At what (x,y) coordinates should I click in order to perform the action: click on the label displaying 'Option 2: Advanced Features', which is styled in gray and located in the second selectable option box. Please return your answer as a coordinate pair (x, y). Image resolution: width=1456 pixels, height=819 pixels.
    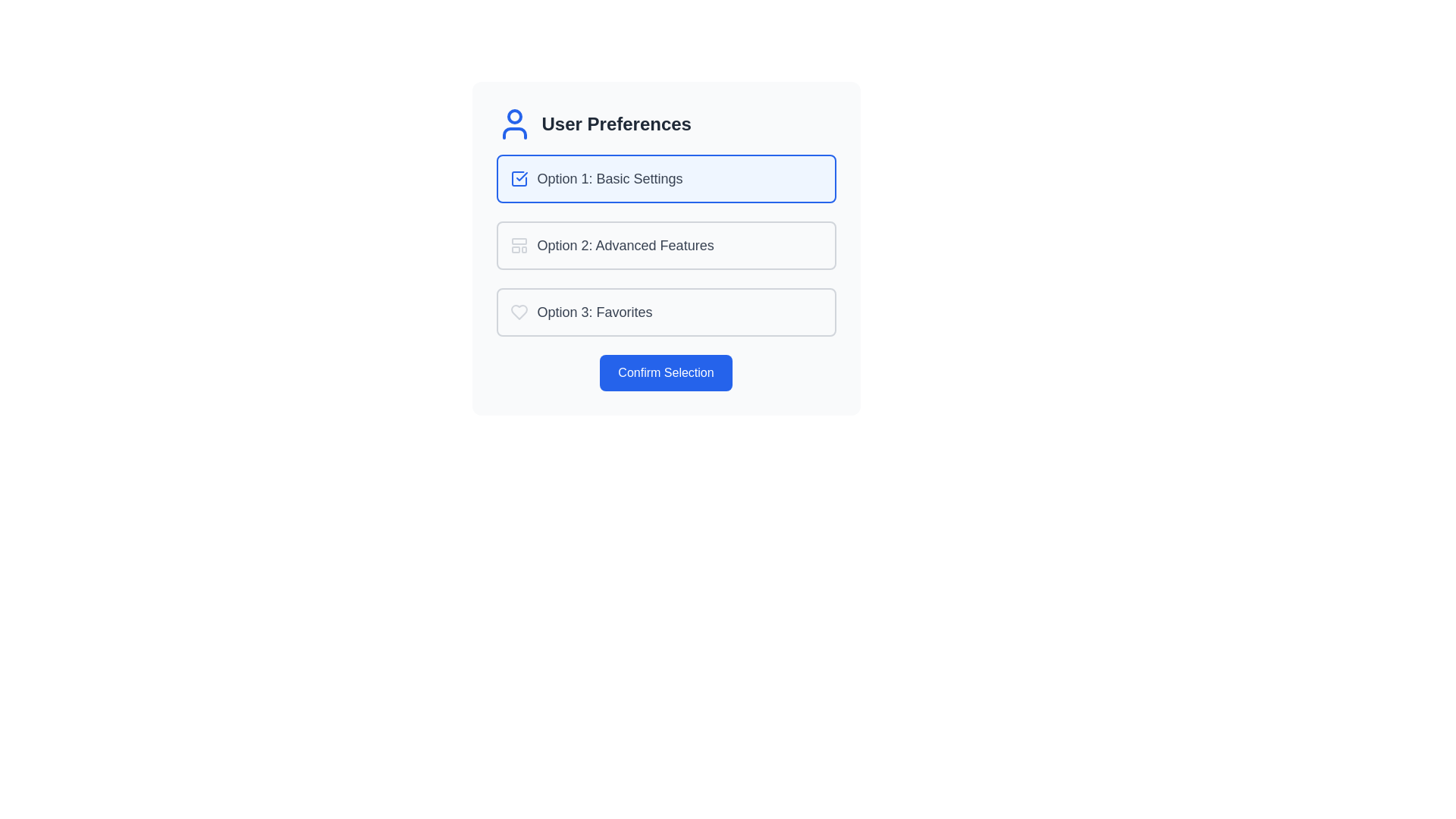
    Looking at the image, I should click on (626, 245).